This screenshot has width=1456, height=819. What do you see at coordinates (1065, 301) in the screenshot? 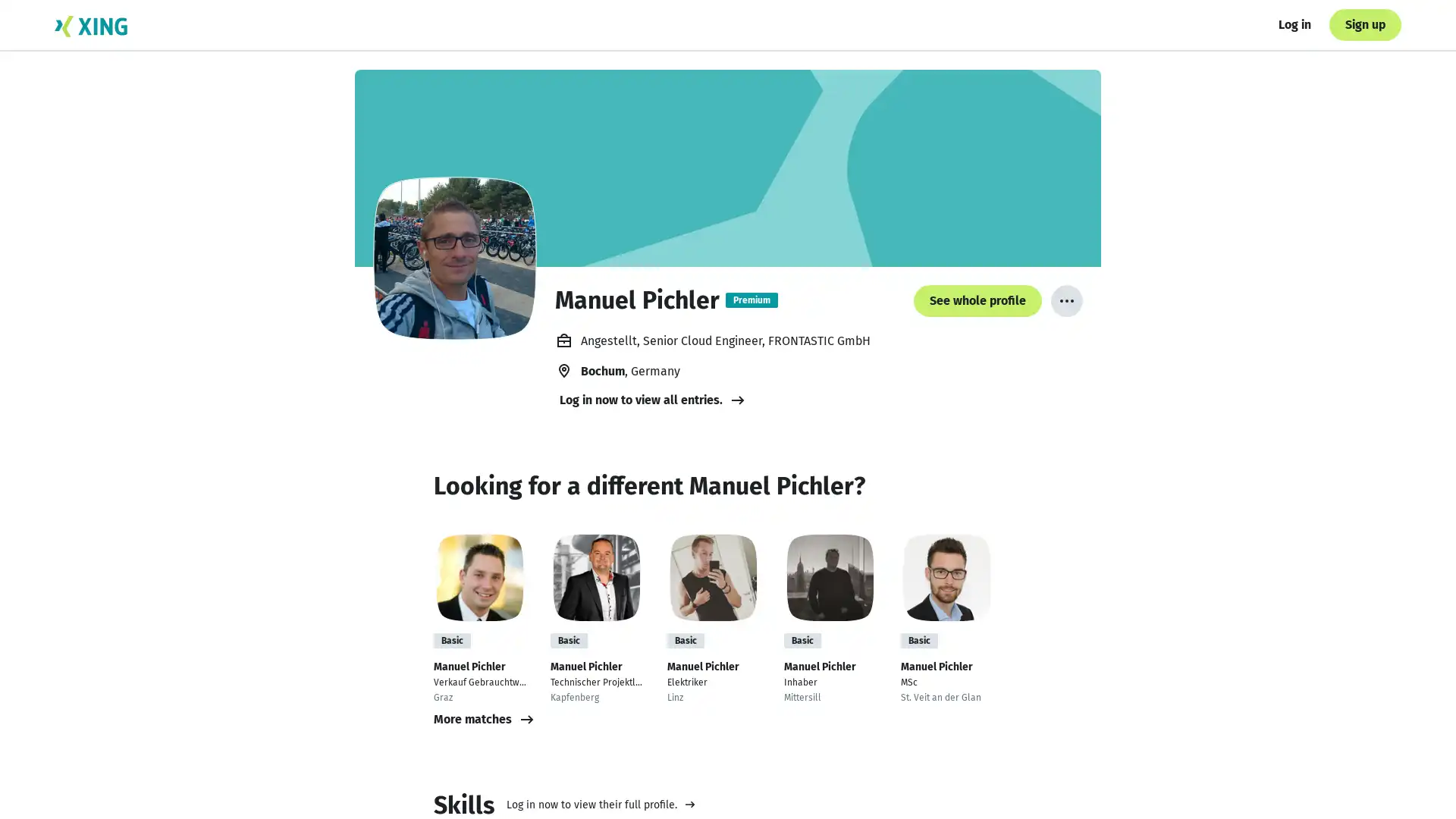
I see `More` at bounding box center [1065, 301].